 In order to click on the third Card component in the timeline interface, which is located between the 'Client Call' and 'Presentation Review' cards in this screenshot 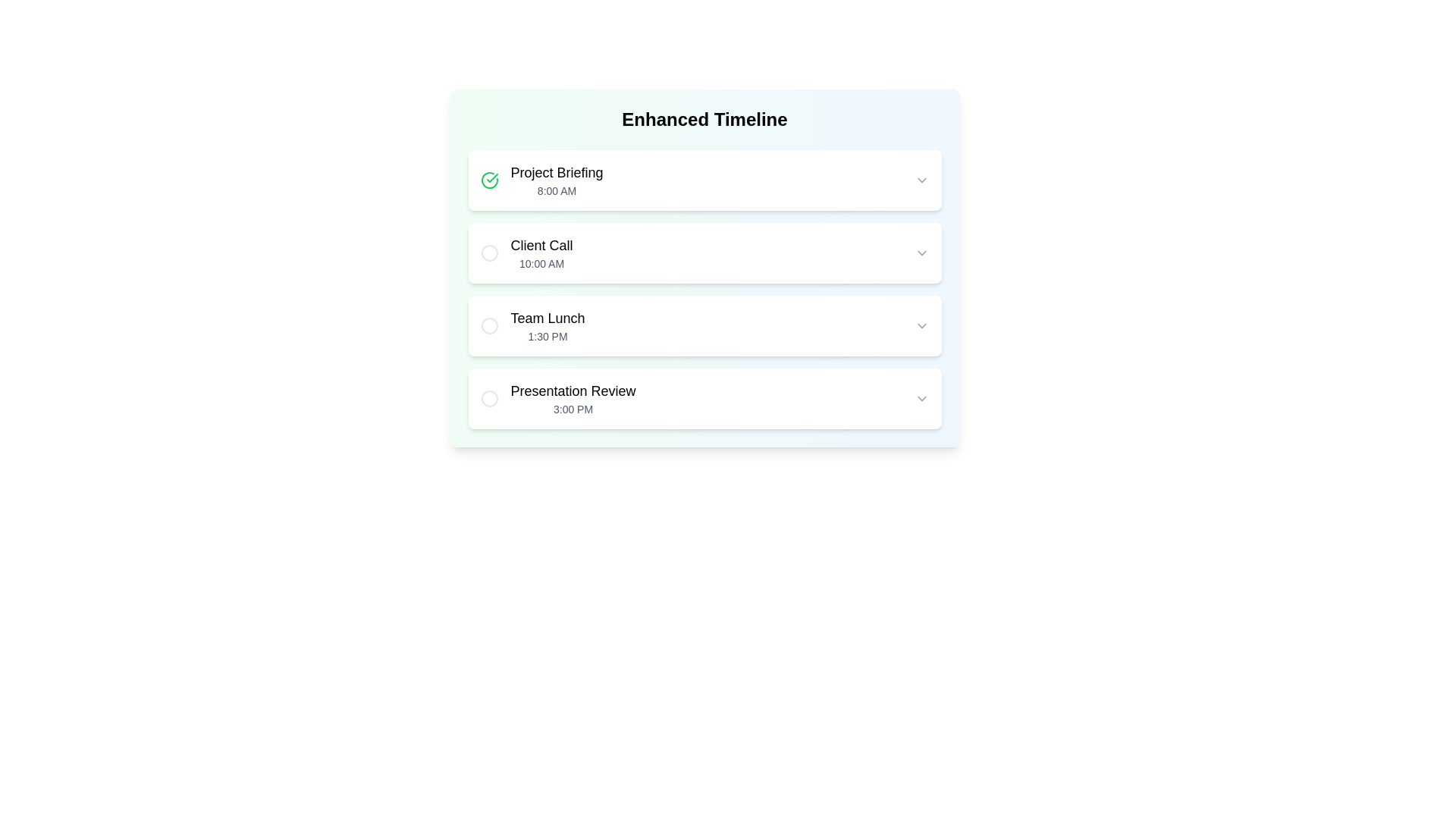, I will do `click(704, 325)`.